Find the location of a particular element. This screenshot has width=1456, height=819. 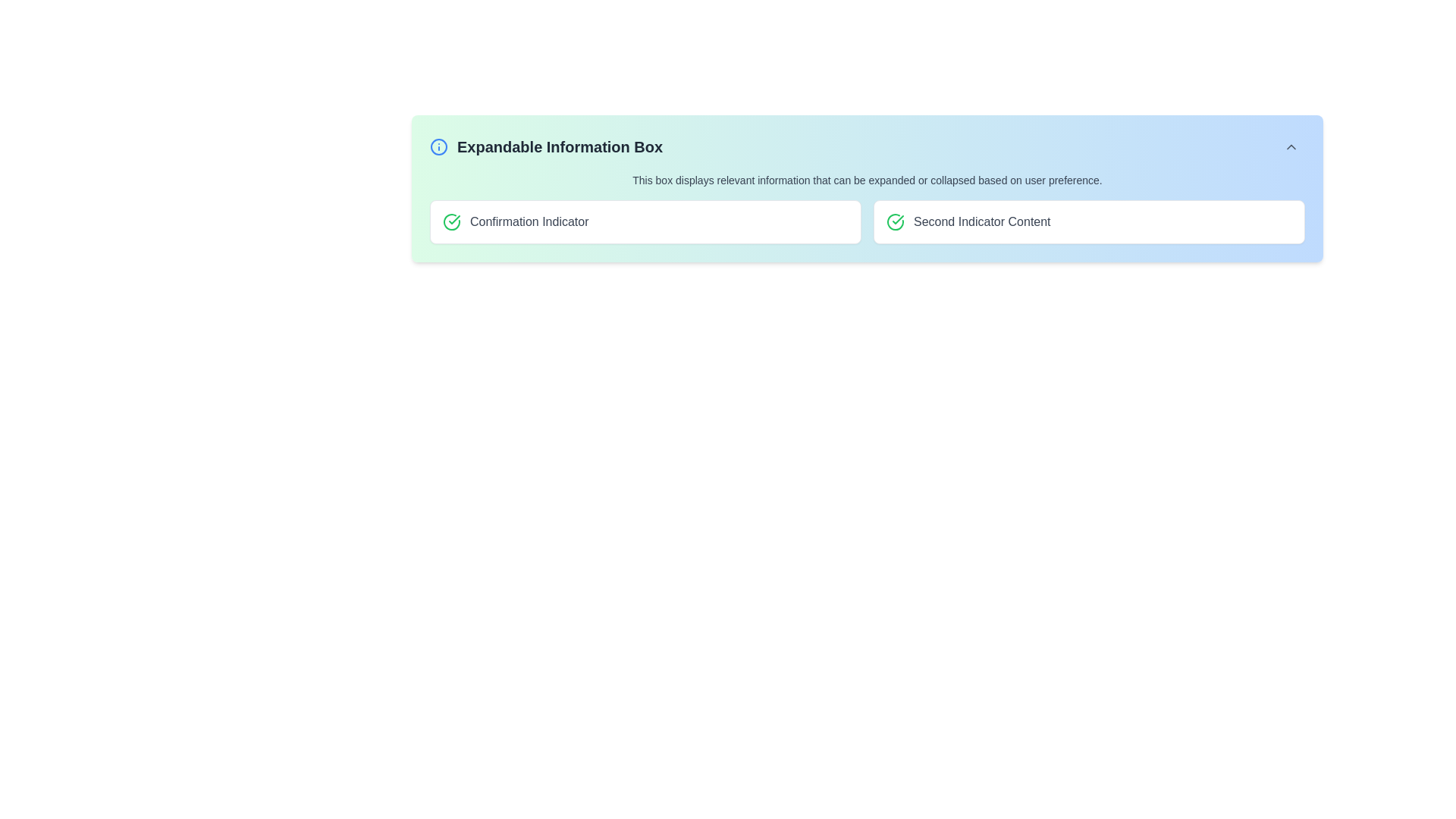

the toggle Button containing an icon located at the top-right corner of the 'Expandable Information Box' to change its background color is located at coordinates (1291, 146).